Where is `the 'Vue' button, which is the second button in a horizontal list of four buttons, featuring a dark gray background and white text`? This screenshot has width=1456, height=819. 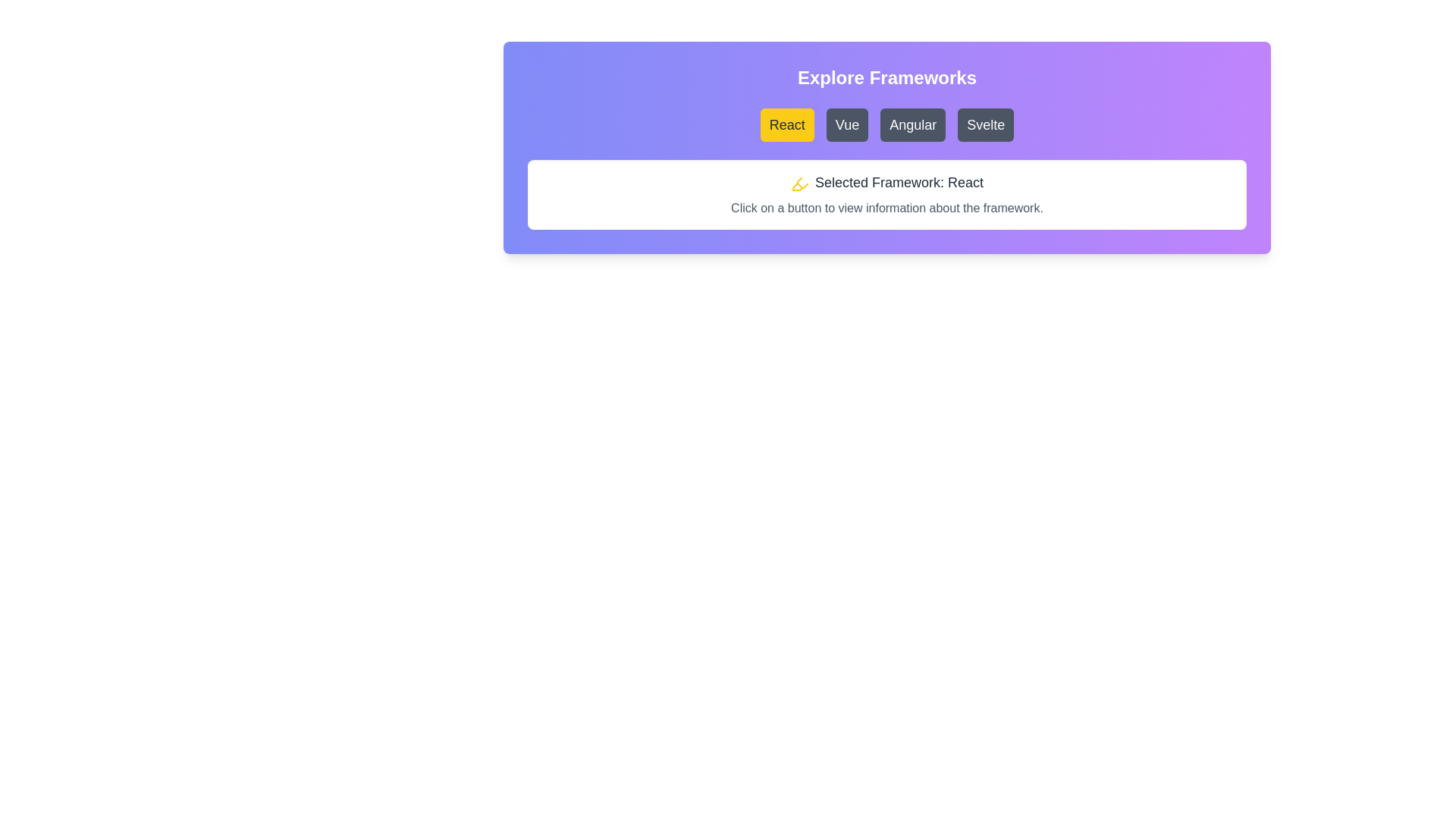 the 'Vue' button, which is the second button in a horizontal list of four buttons, featuring a dark gray background and white text is located at coordinates (846, 124).